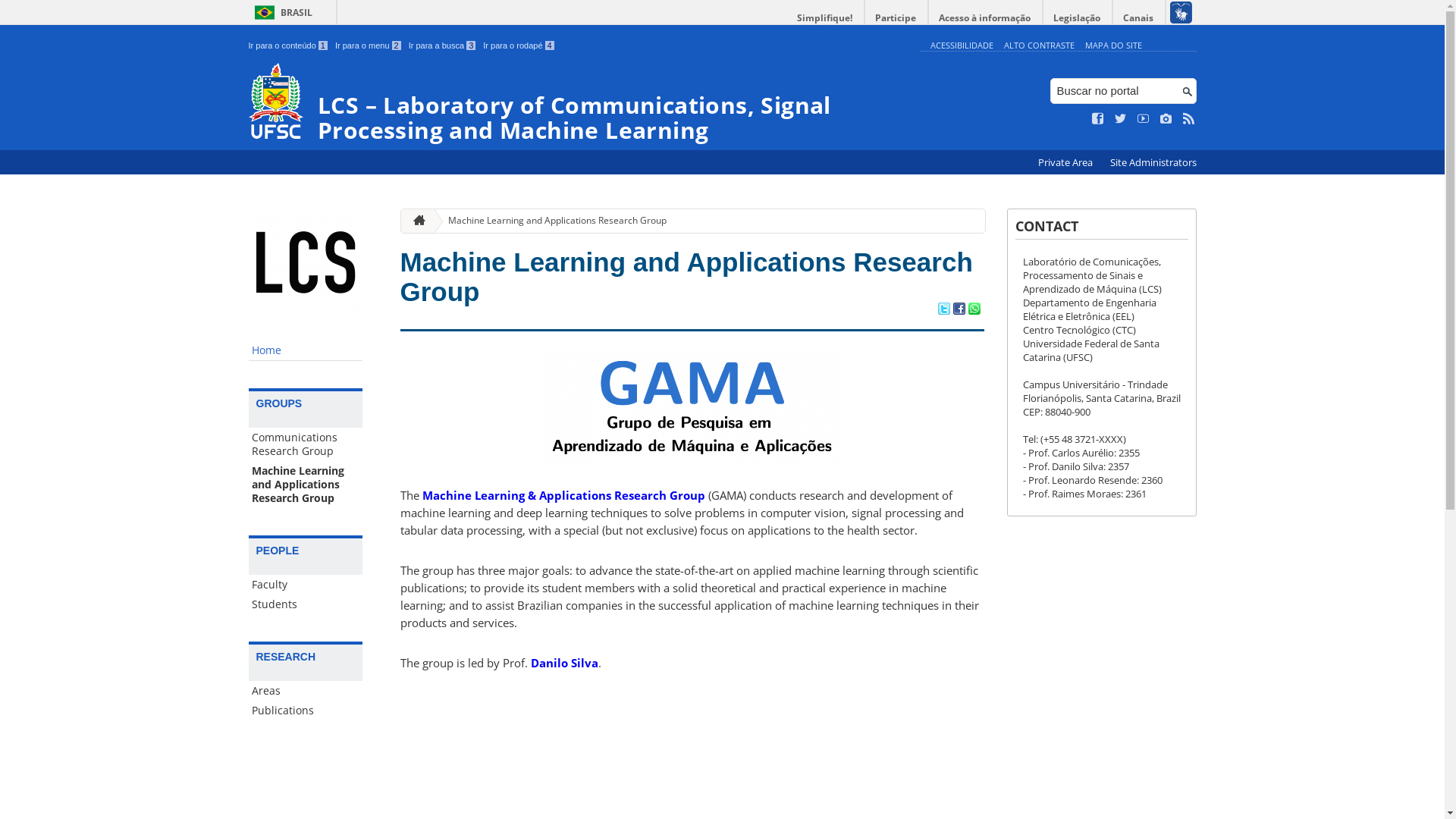  What do you see at coordinates (1030, 162) in the screenshot?
I see `'Private Area'` at bounding box center [1030, 162].